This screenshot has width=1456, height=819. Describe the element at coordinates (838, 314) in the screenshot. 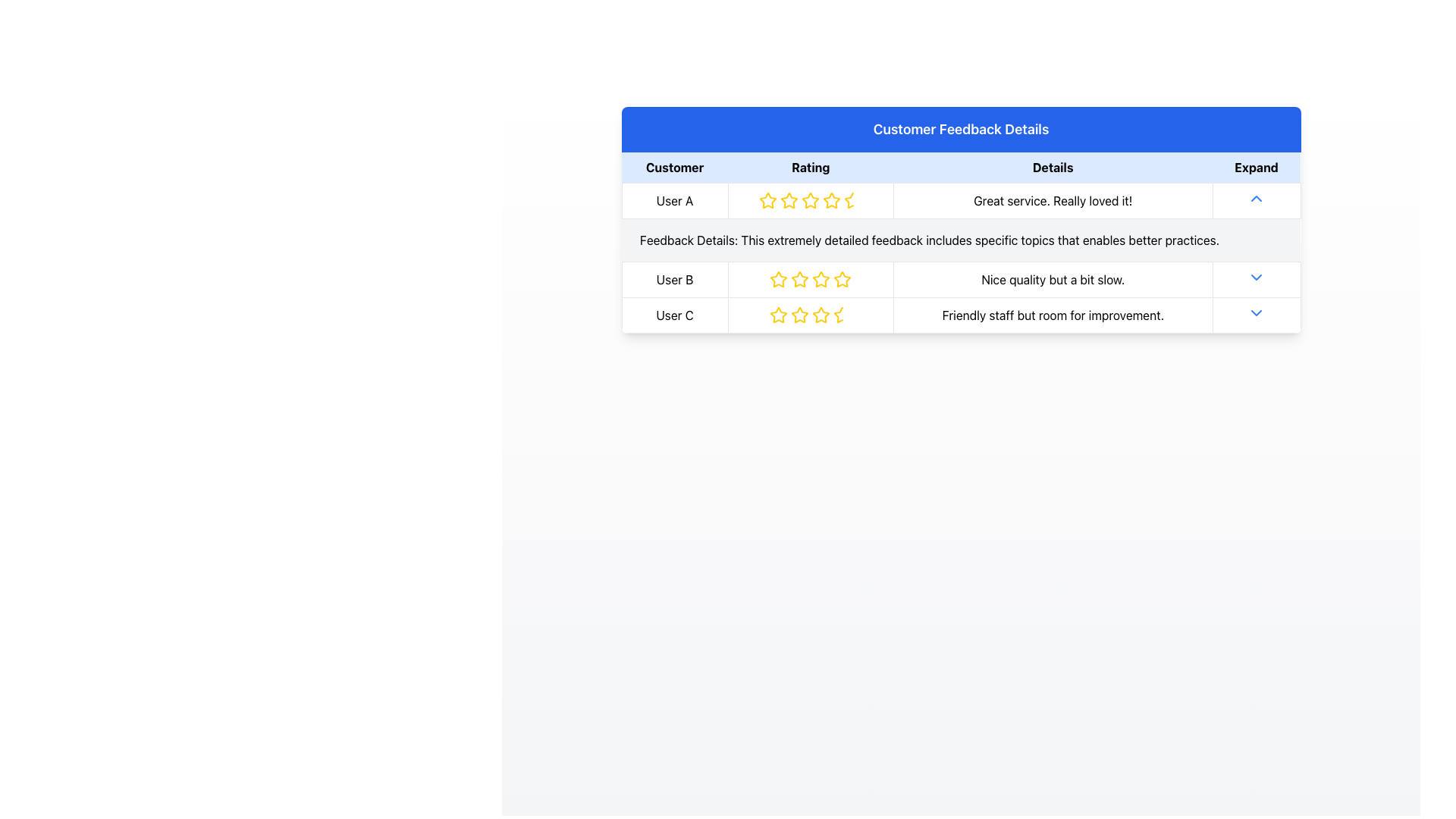

I see `the half-star icon in yellow representing the fourth star in the rating system for 'User C' located in the 'Rating' column of the table` at that location.